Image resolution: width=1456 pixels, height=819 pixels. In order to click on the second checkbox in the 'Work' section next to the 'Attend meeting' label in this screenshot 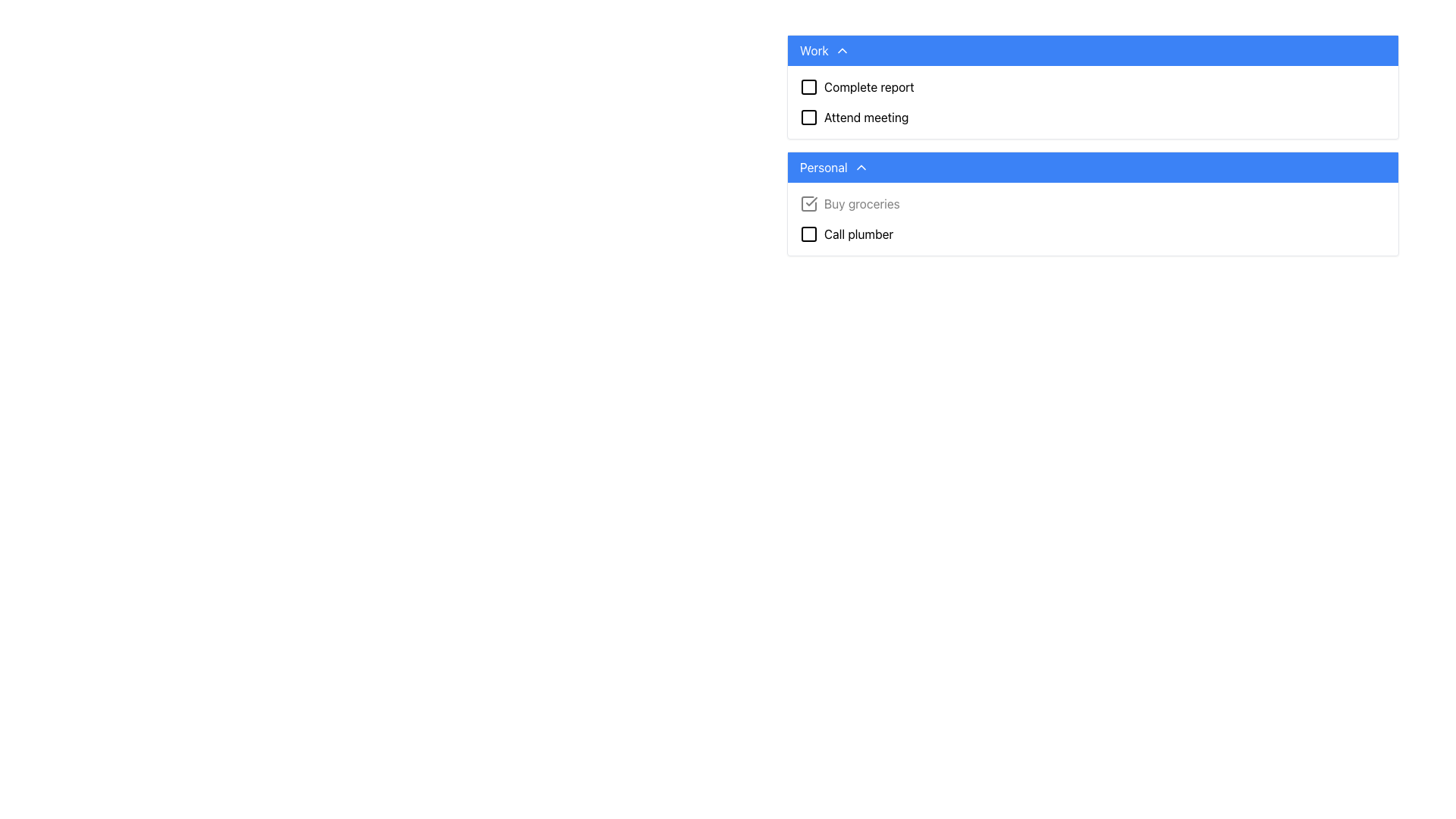, I will do `click(808, 116)`.